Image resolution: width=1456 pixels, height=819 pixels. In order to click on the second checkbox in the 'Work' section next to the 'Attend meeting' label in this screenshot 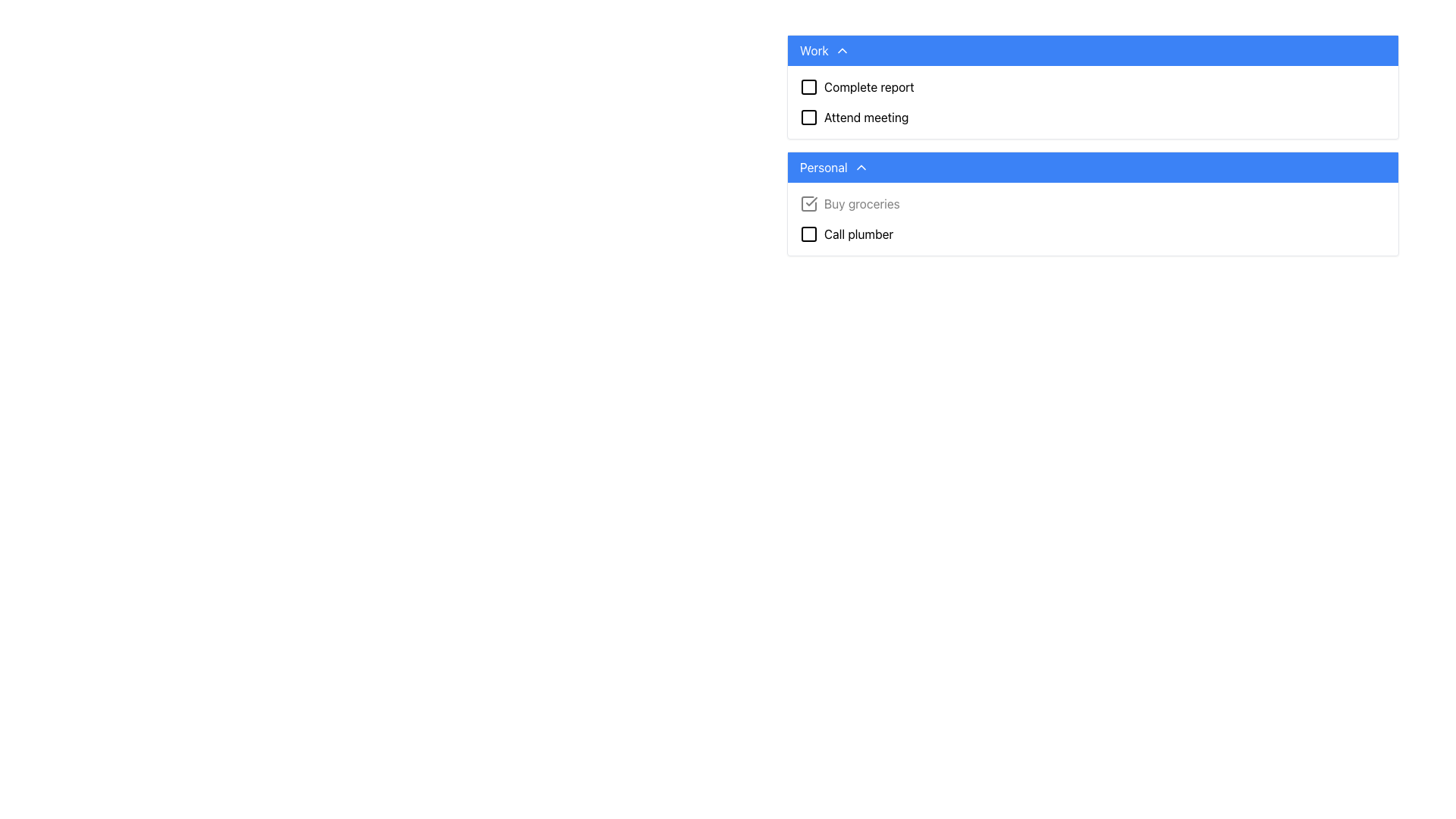, I will do `click(808, 116)`.